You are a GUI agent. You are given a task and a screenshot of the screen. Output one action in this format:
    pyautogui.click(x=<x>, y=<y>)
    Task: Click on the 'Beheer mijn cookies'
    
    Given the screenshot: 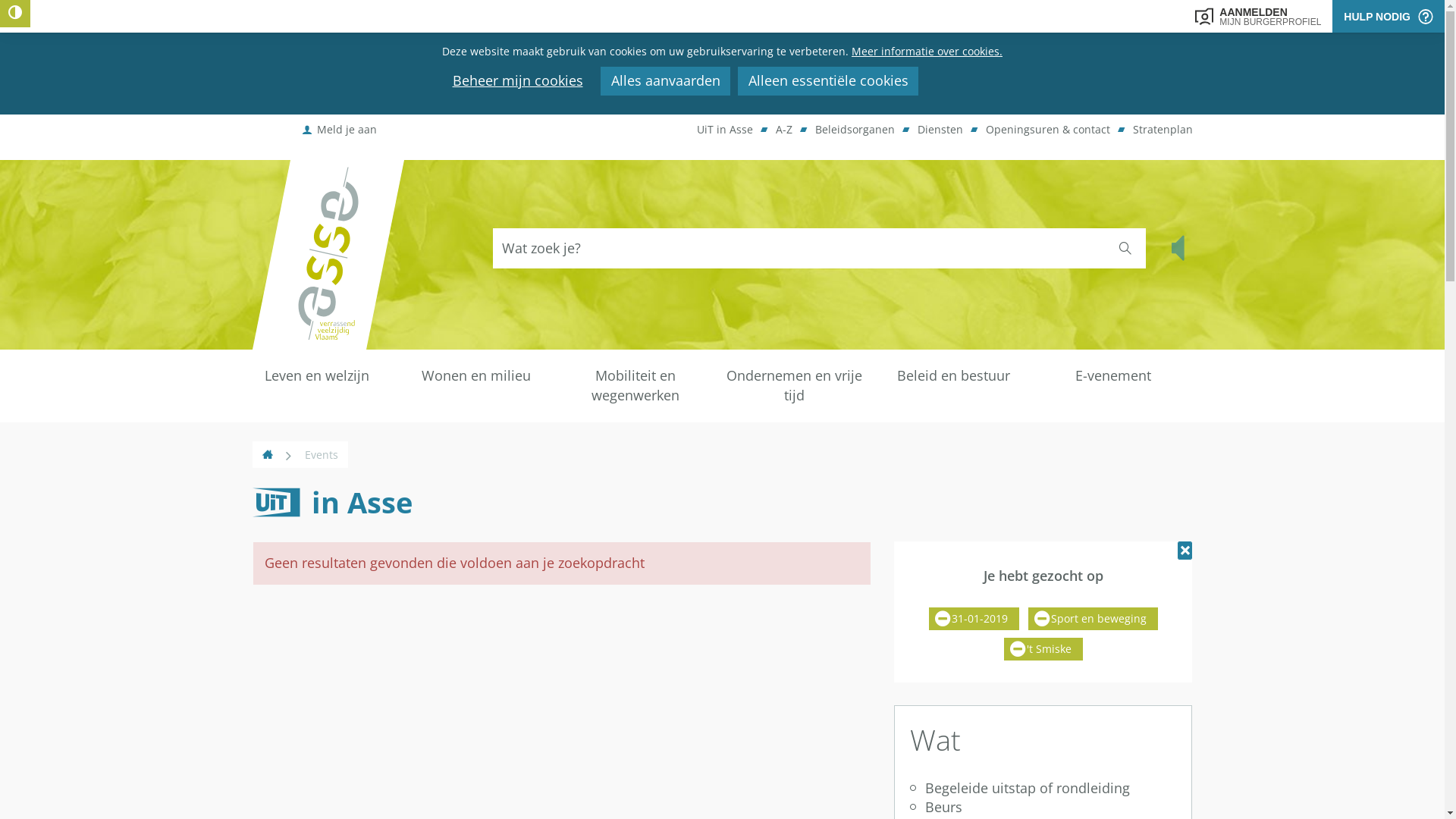 What is the action you would take?
    pyautogui.click(x=517, y=81)
    